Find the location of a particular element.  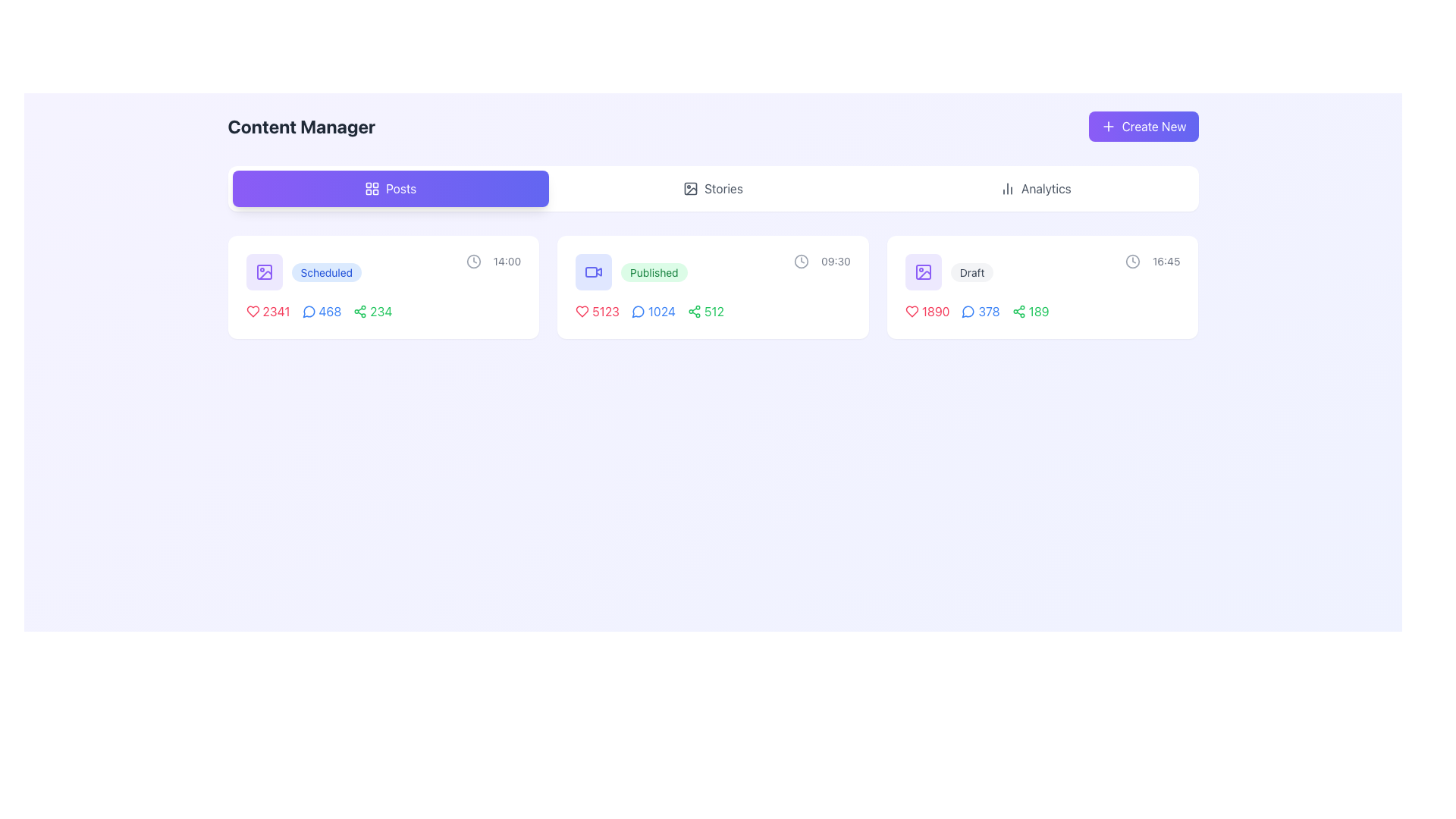

the informational display with a clock icon indicating the timestamp '09:30' in the 'Published' section of the card is located at coordinates (821, 260).